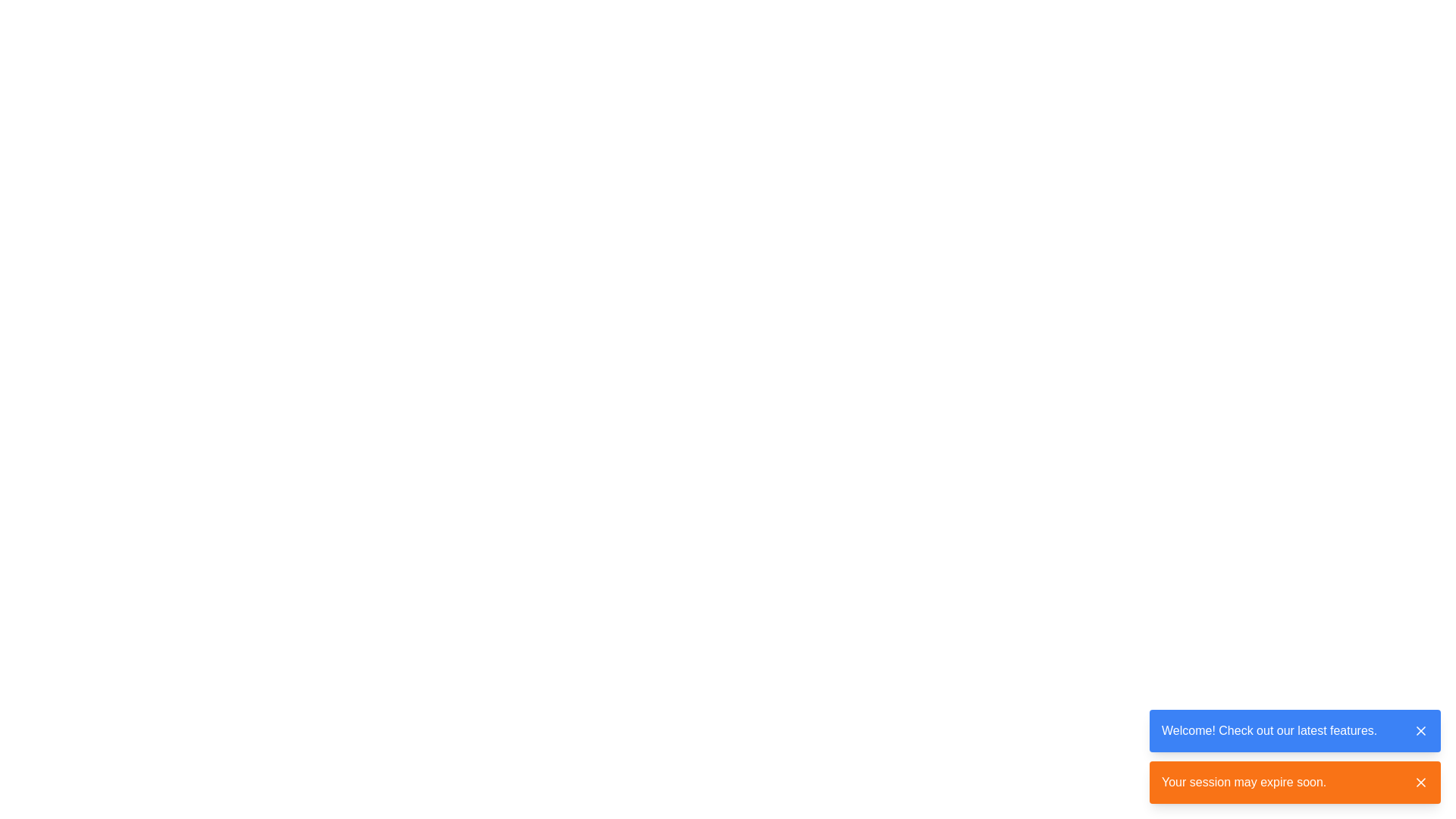 The width and height of the screenshot is (1456, 819). I want to click on the close icon button located at the far right of the orange background rectangle indicating session expiration warning, so click(1420, 783).